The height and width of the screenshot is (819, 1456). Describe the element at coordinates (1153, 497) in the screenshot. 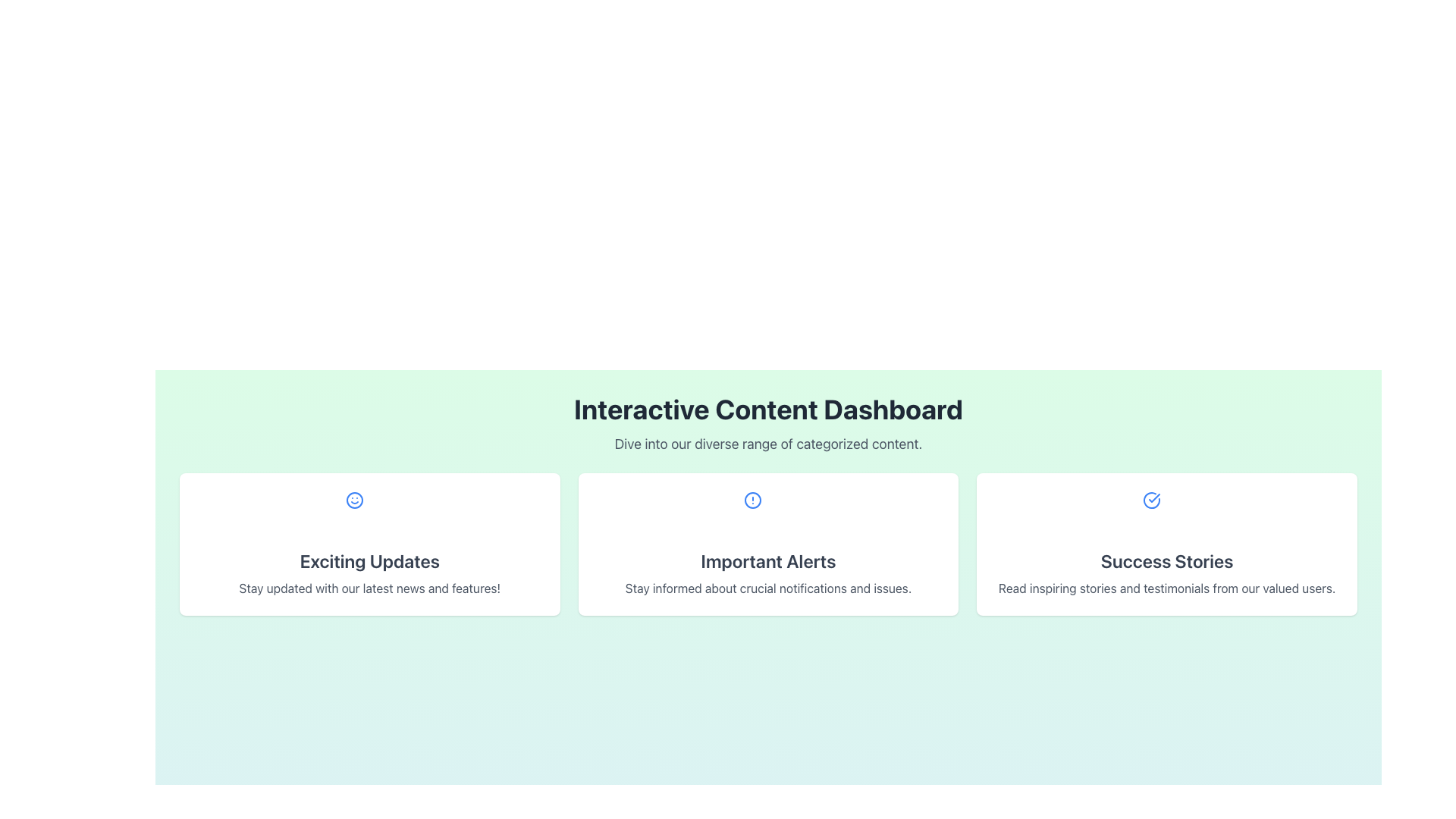

I see `the checkmark icon within the rightmost 'Success Stories' card, indicating successful completion or approval` at that location.